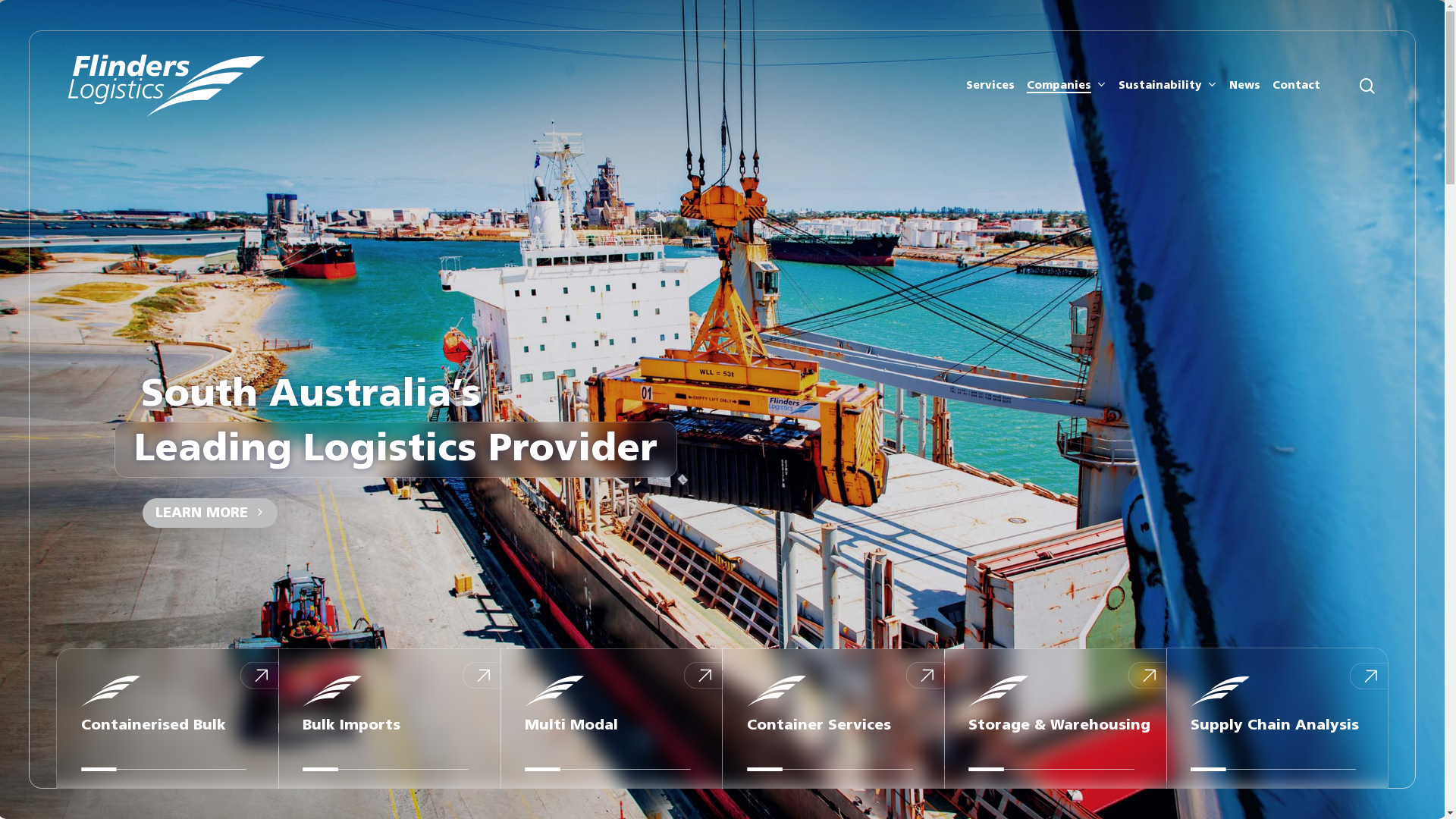 The width and height of the screenshot is (1456, 819). What do you see at coordinates (990, 85) in the screenshot?
I see `'Services'` at bounding box center [990, 85].